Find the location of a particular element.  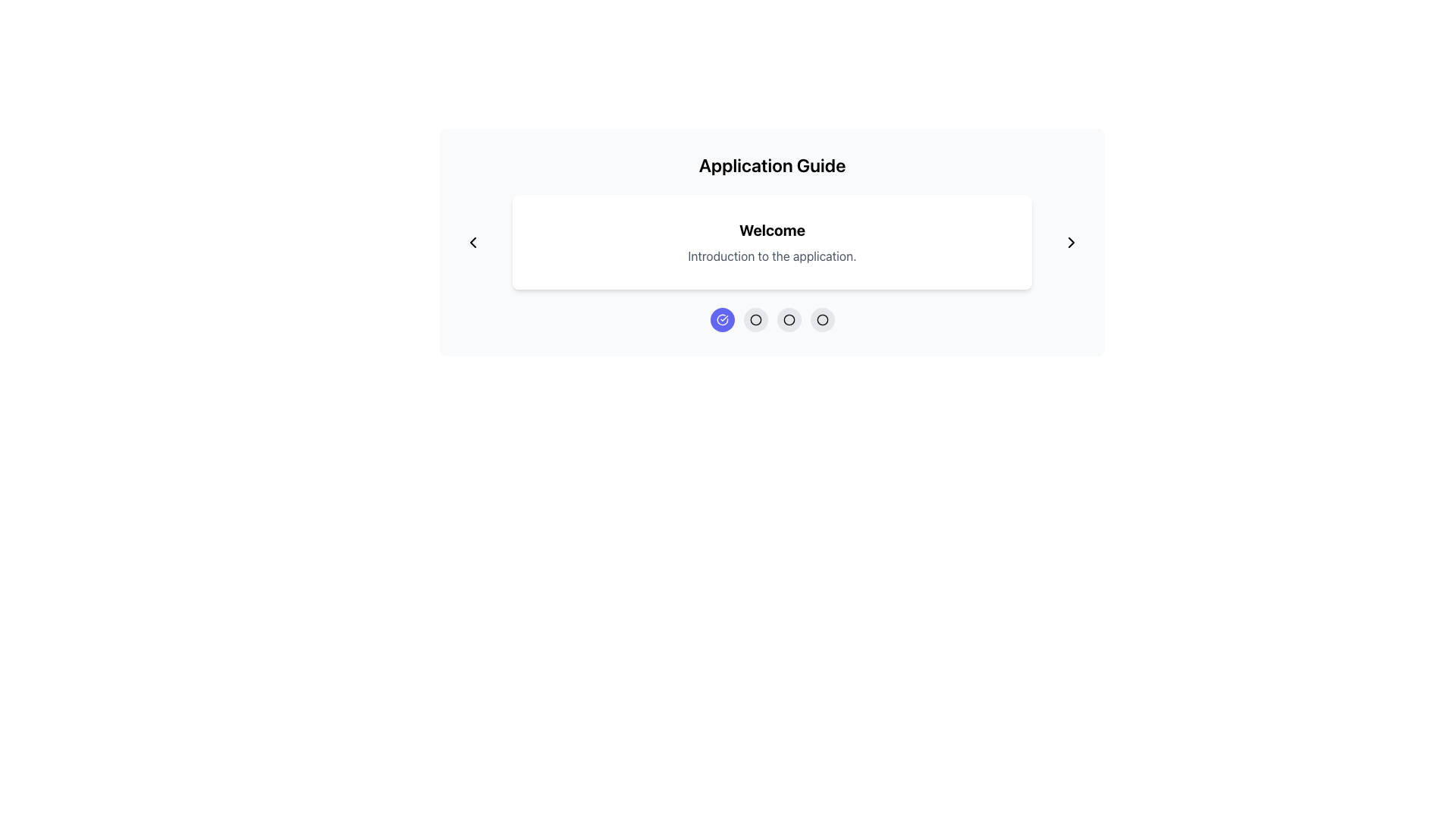

the vibrant purple circular icon indicator with a white checkmark is located at coordinates (721, 318).